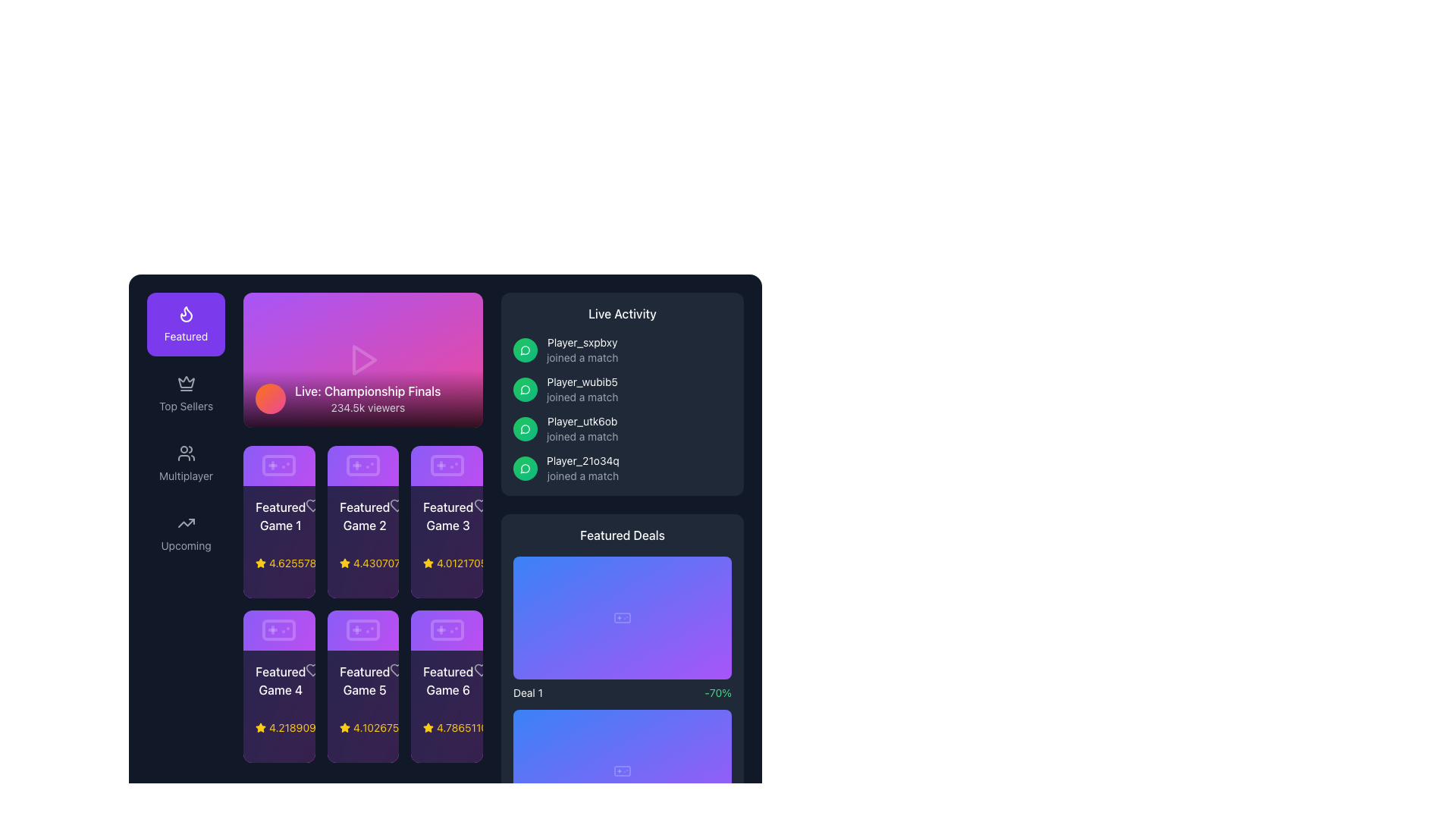 This screenshot has width=1456, height=819. I want to click on activity information from the Informational panel displaying recent player activity updates, located in the top right quadrant above the 'Featured Deals' section, so click(622, 394).